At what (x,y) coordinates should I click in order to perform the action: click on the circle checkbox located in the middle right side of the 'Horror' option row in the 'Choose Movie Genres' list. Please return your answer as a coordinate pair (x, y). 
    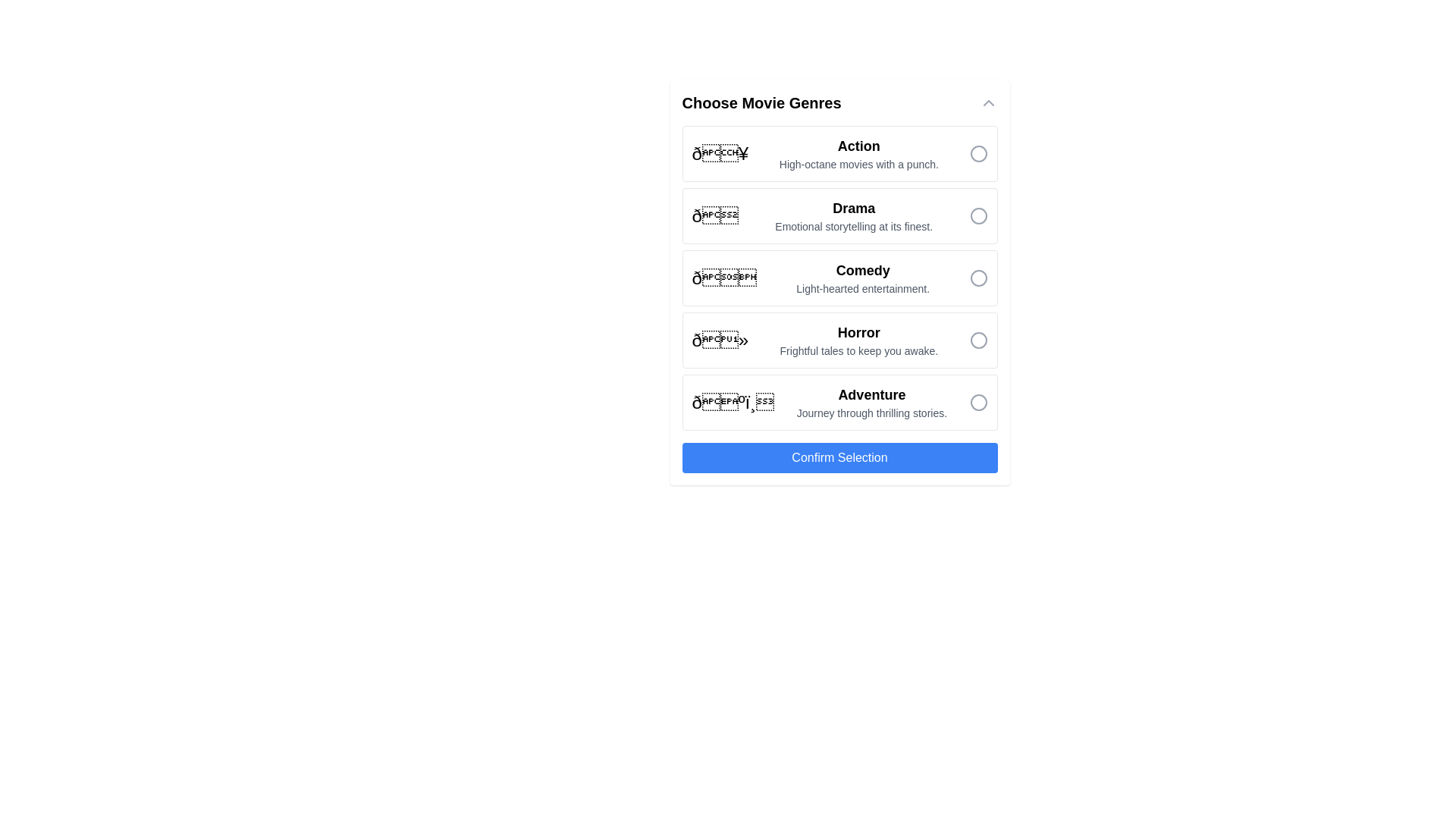
    Looking at the image, I should click on (978, 339).